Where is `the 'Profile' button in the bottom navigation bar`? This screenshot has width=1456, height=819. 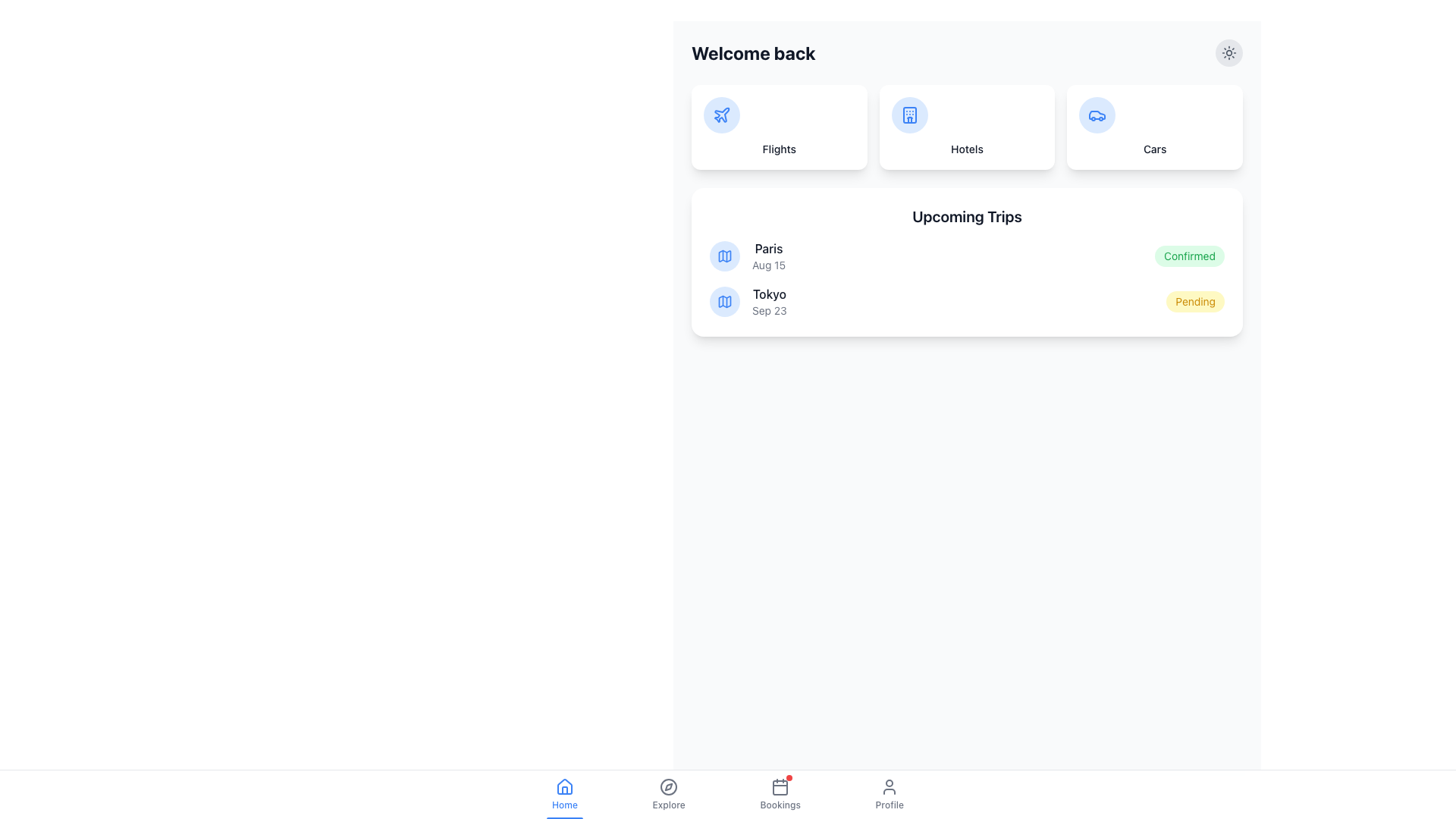
the 'Profile' button in the bottom navigation bar is located at coordinates (890, 794).